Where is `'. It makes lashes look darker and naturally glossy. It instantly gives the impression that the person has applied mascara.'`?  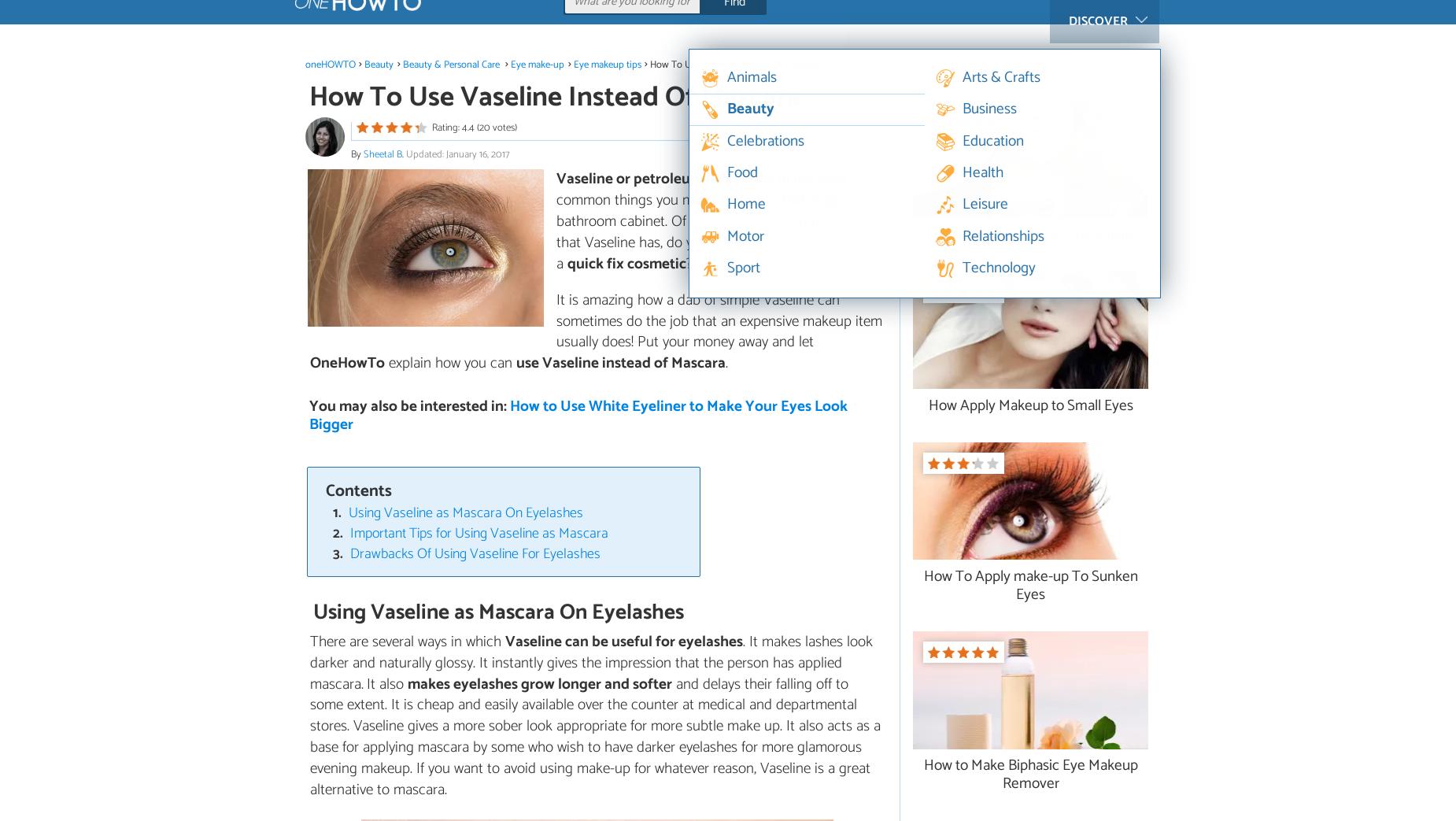 '. It makes lashes look darker and naturally glossy. It instantly gives the impression that the person has applied mascara.' is located at coordinates (591, 662).